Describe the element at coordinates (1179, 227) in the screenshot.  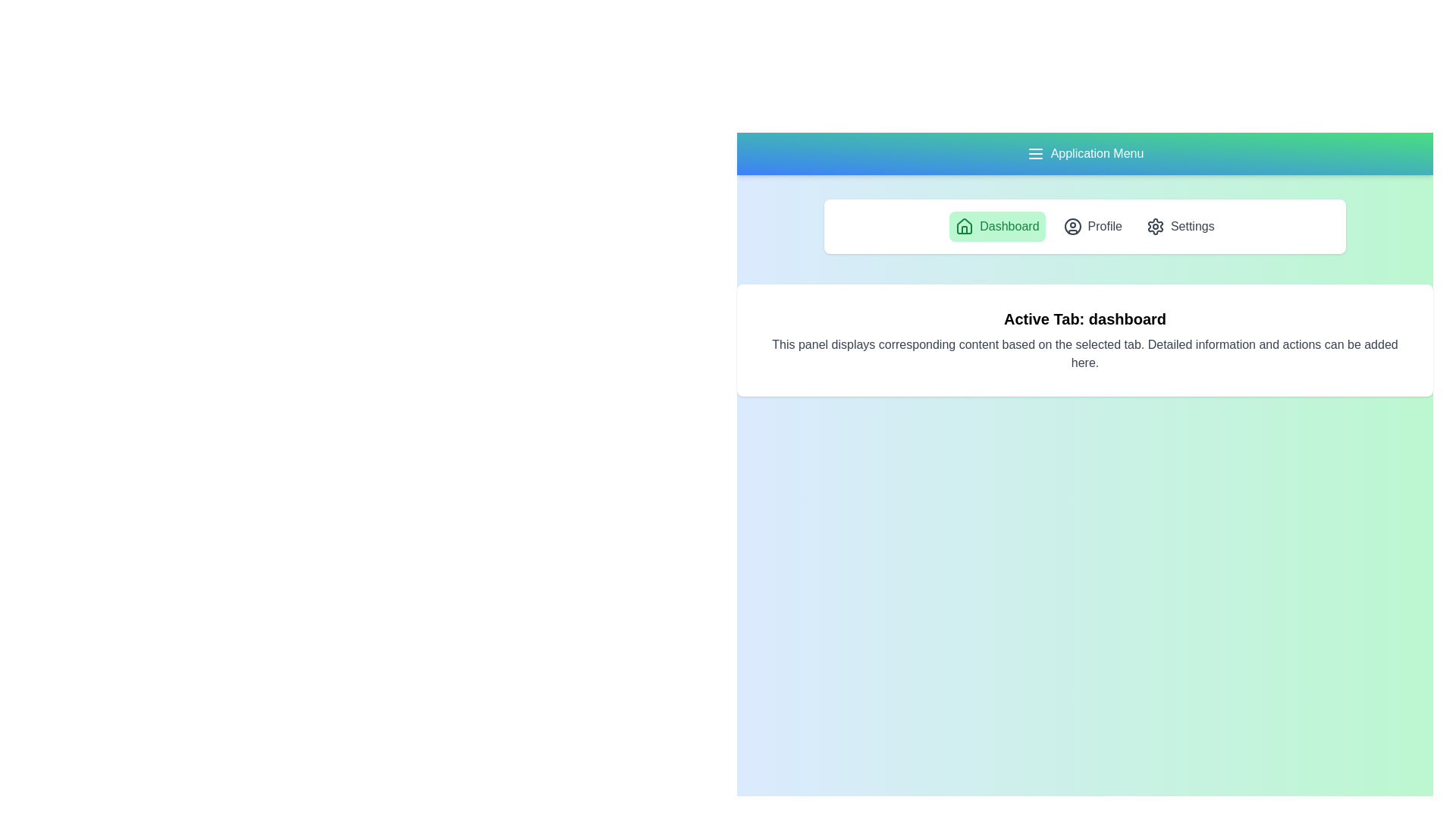
I see `the tab labeled Settings to observe its hover effect` at that location.